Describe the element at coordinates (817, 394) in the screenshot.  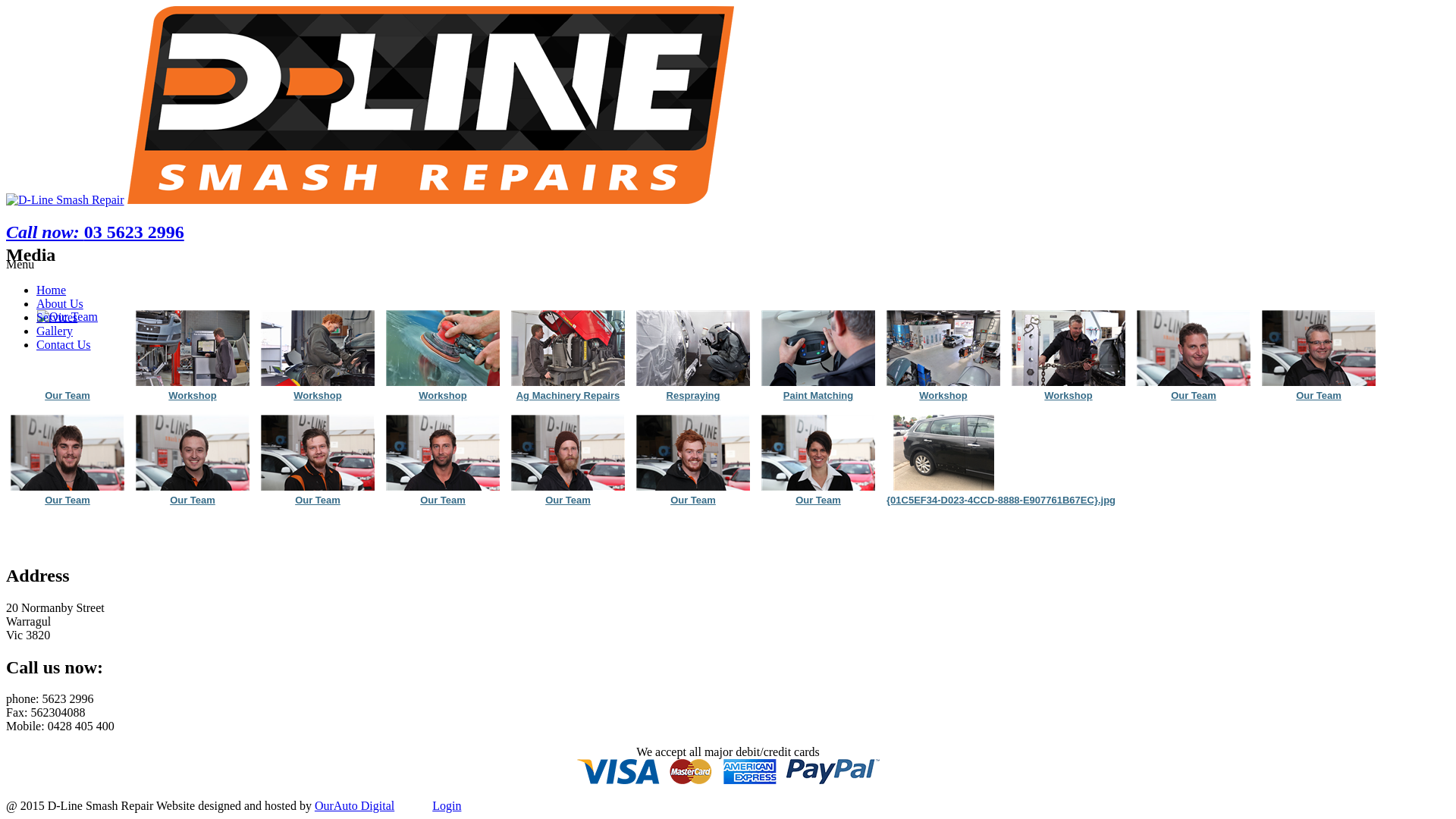
I see `'Paint Matching'` at that location.